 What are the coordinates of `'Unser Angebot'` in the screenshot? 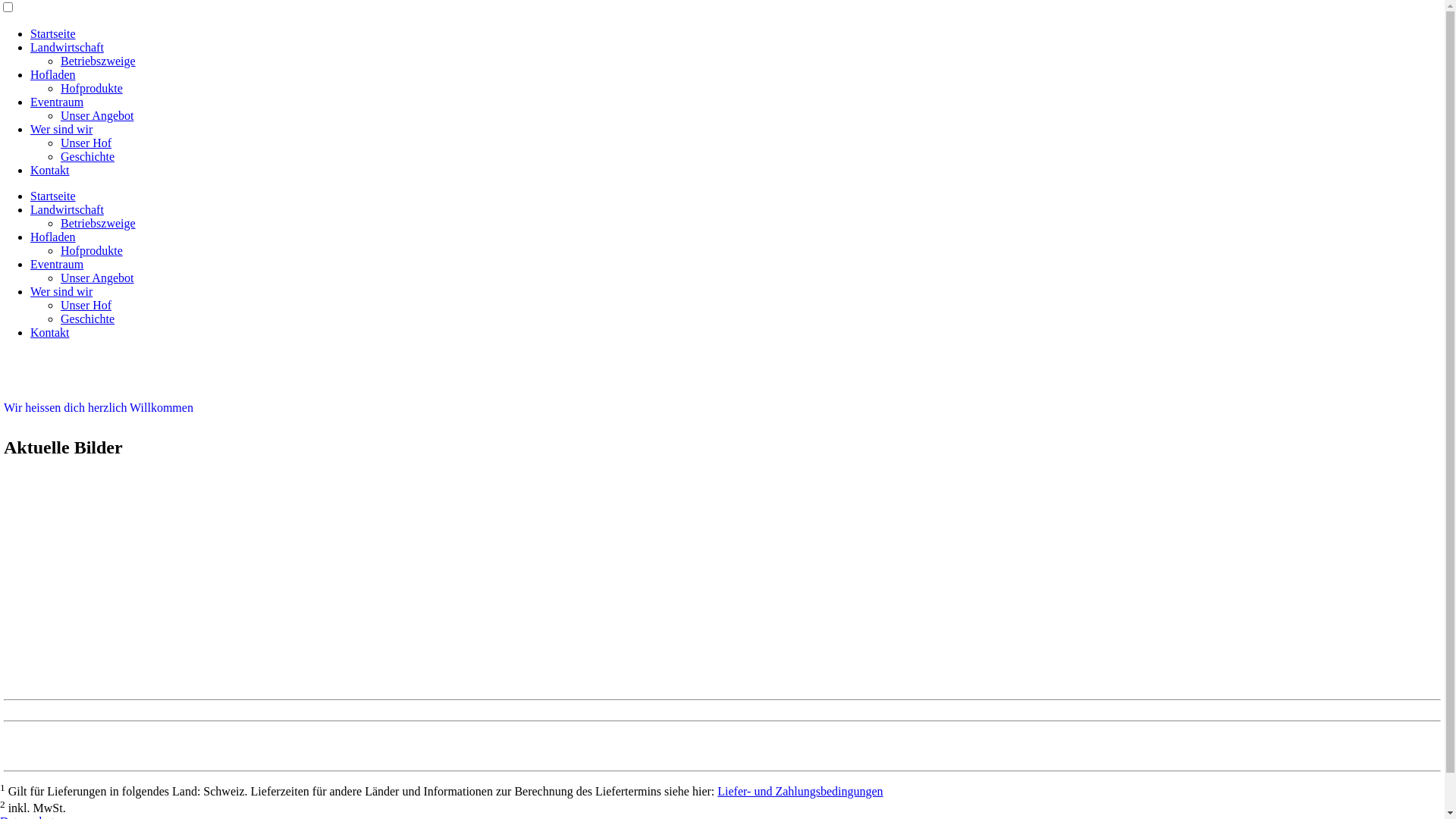 It's located at (61, 115).